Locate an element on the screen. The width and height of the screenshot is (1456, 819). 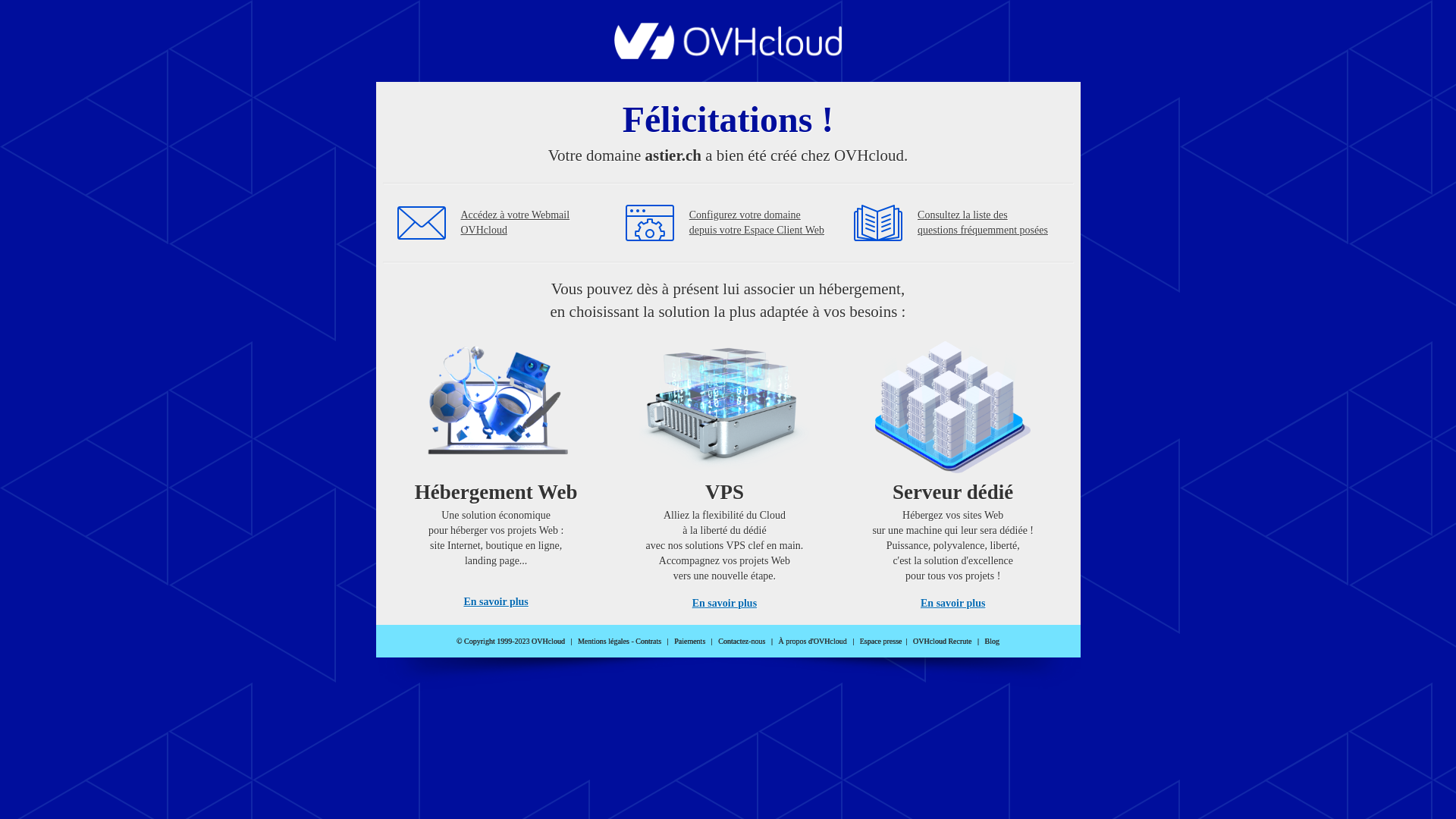
'VPS' is located at coordinates (723, 469).